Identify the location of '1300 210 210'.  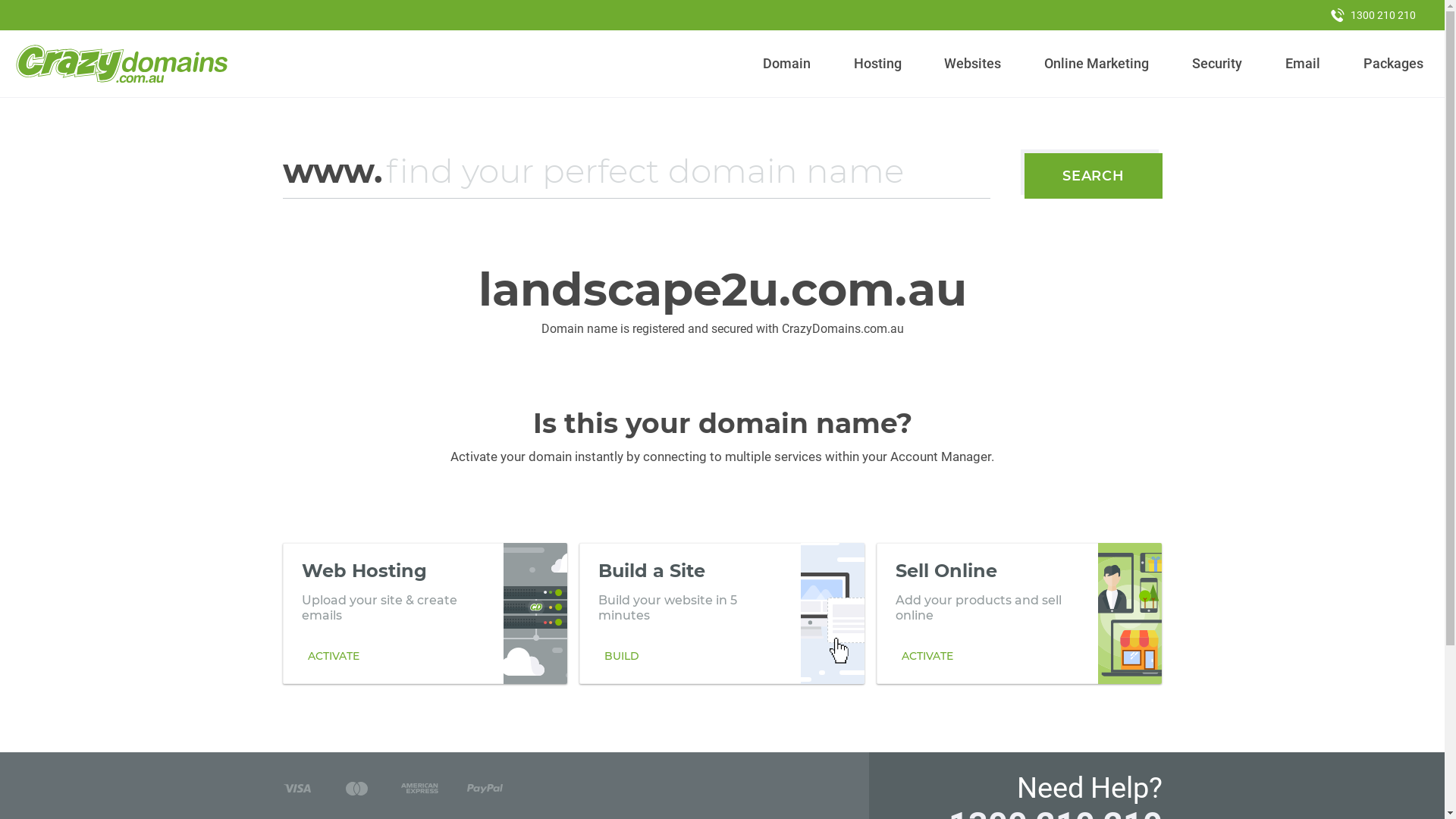
(1373, 14).